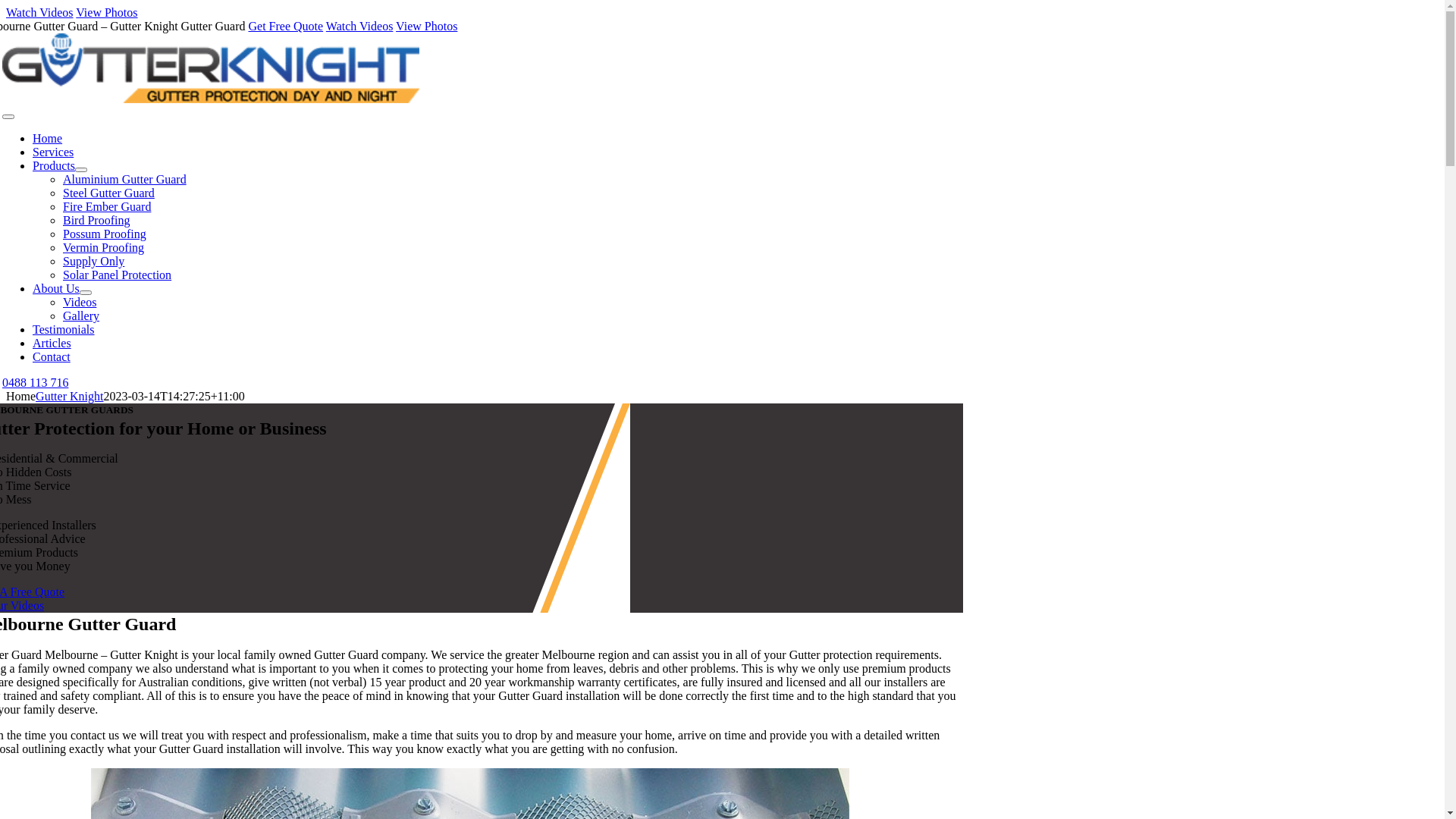  What do you see at coordinates (104, 234) in the screenshot?
I see `'Possum Proofing'` at bounding box center [104, 234].